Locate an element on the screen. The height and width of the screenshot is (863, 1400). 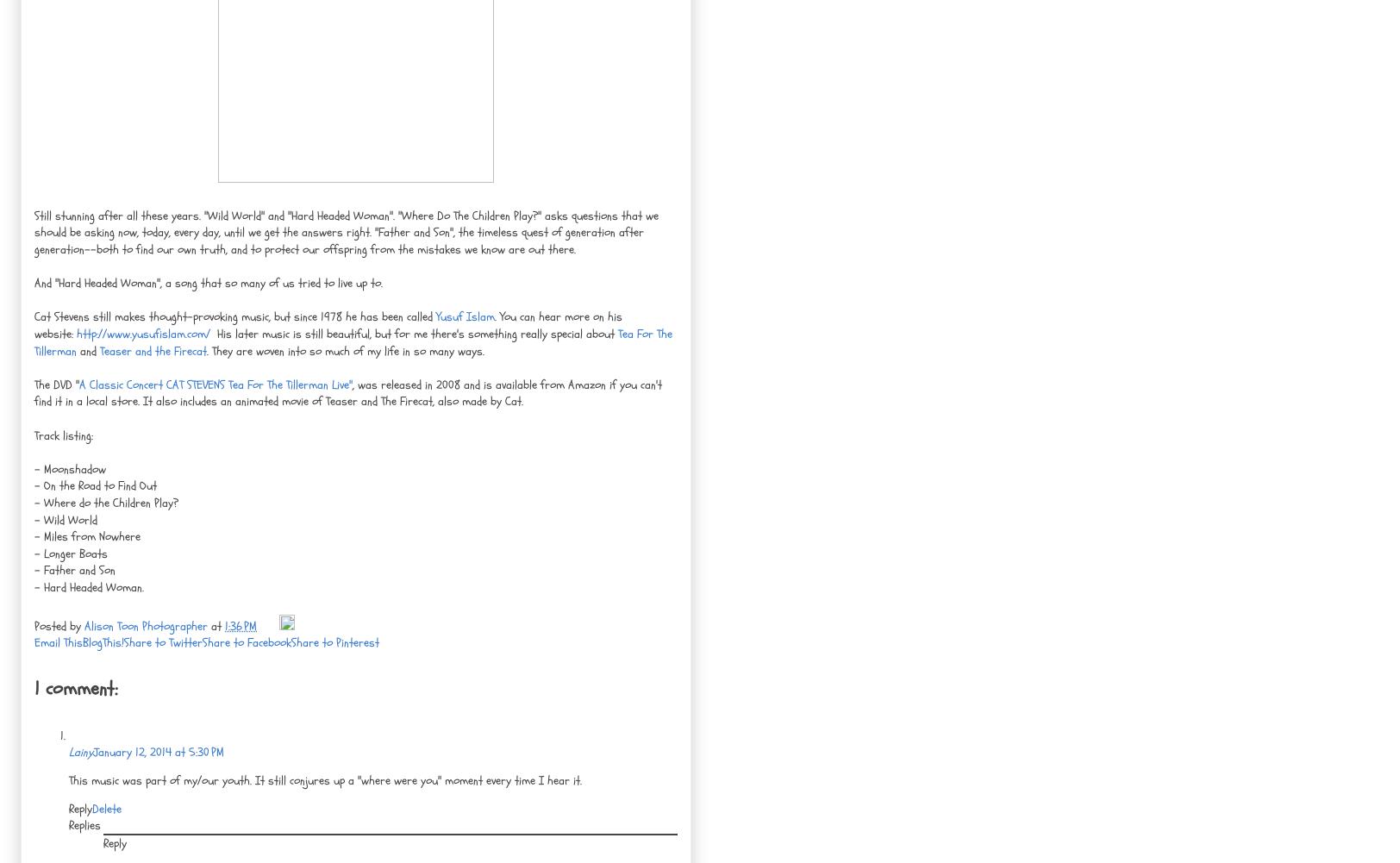
'- Father and Son' is located at coordinates (75, 569).